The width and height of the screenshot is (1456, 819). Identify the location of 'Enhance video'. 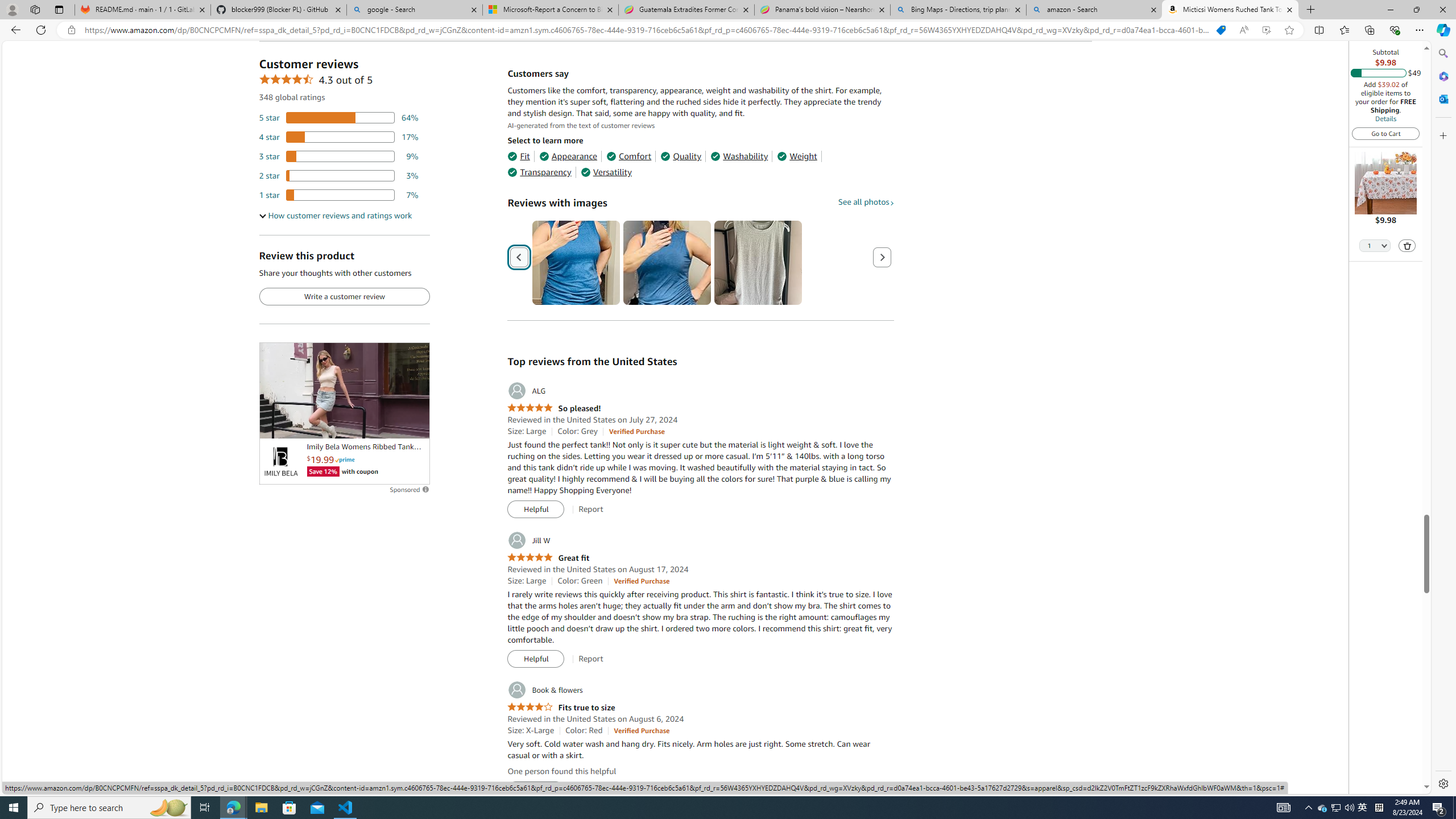
(1266, 30).